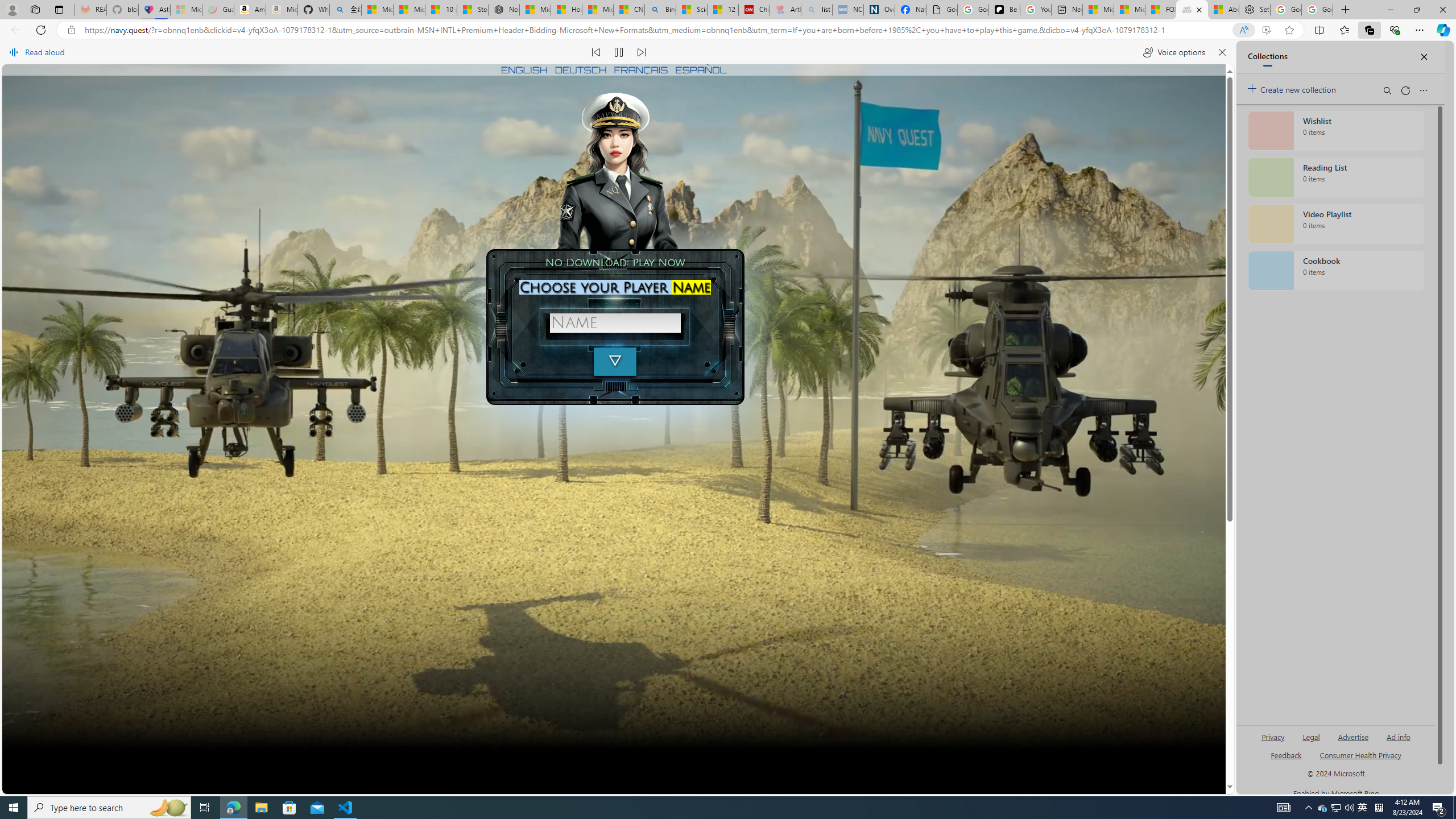 This screenshot has width=1456, height=819. I want to click on 'Read previous paragraph', so click(596, 52).